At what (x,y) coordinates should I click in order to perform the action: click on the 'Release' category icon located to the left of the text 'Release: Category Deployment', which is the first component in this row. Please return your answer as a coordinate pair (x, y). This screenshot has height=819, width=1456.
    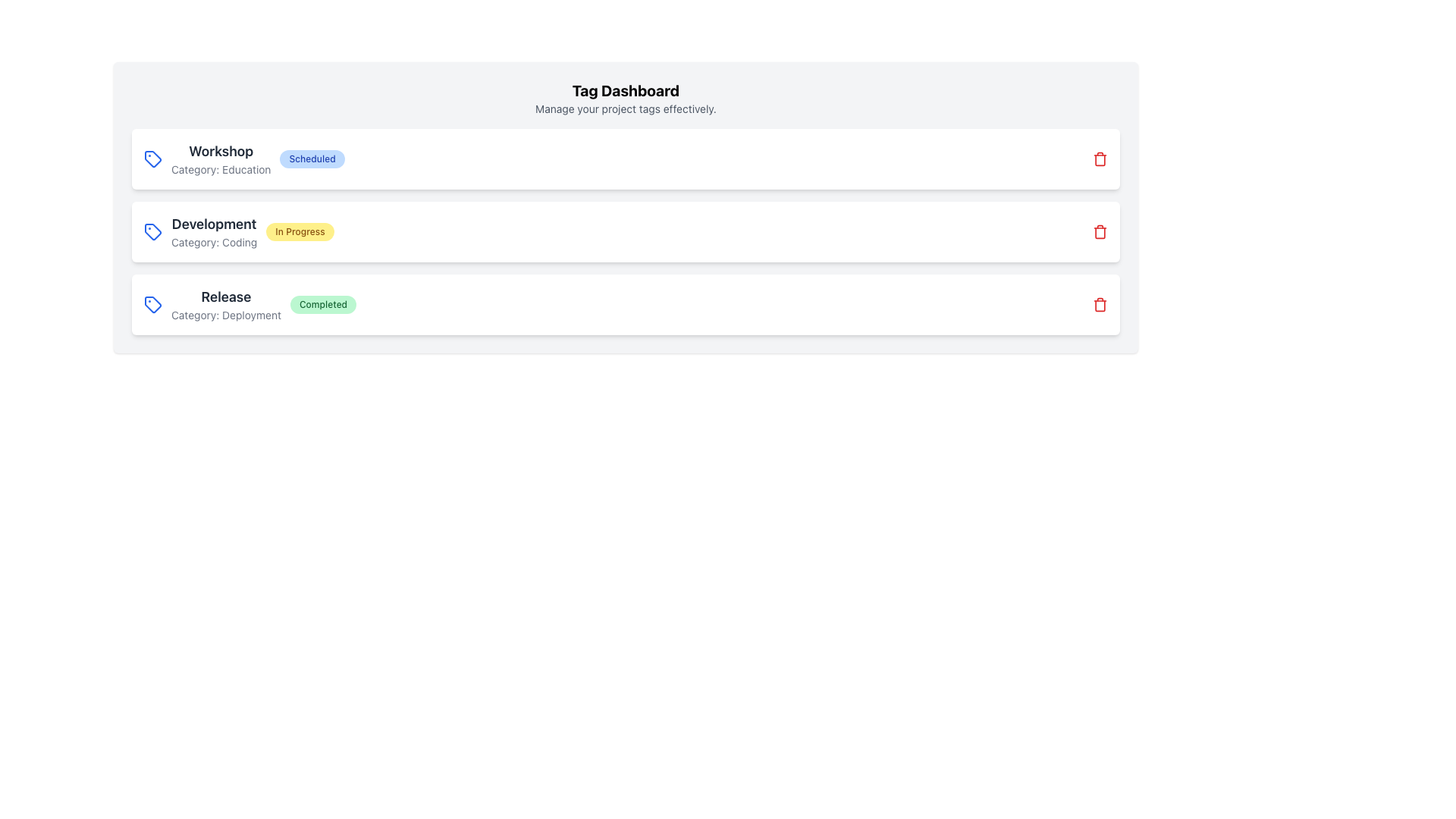
    Looking at the image, I should click on (152, 304).